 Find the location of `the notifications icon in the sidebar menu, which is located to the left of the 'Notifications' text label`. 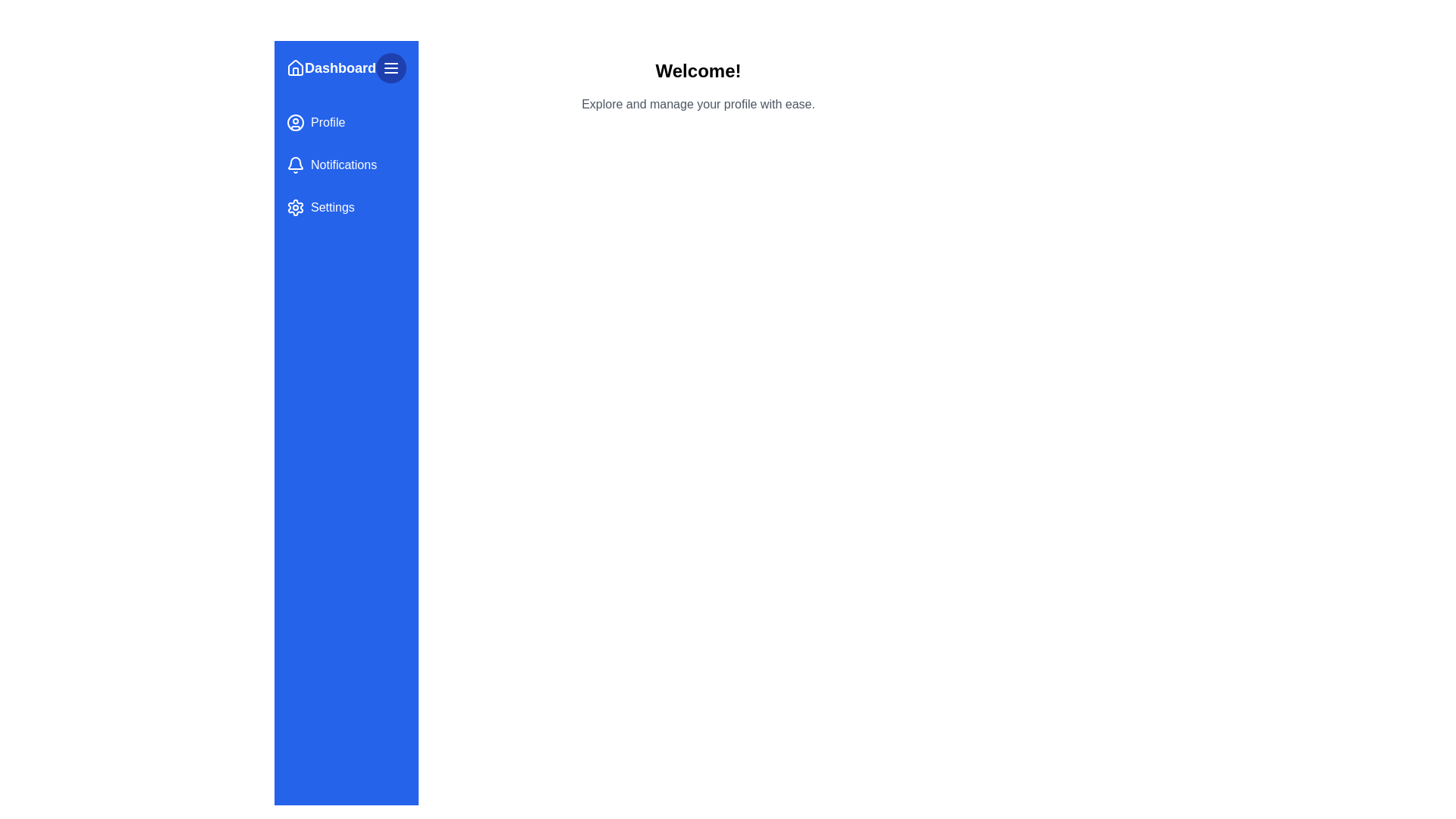

the notifications icon in the sidebar menu, which is located to the left of the 'Notifications' text label is located at coordinates (295, 163).